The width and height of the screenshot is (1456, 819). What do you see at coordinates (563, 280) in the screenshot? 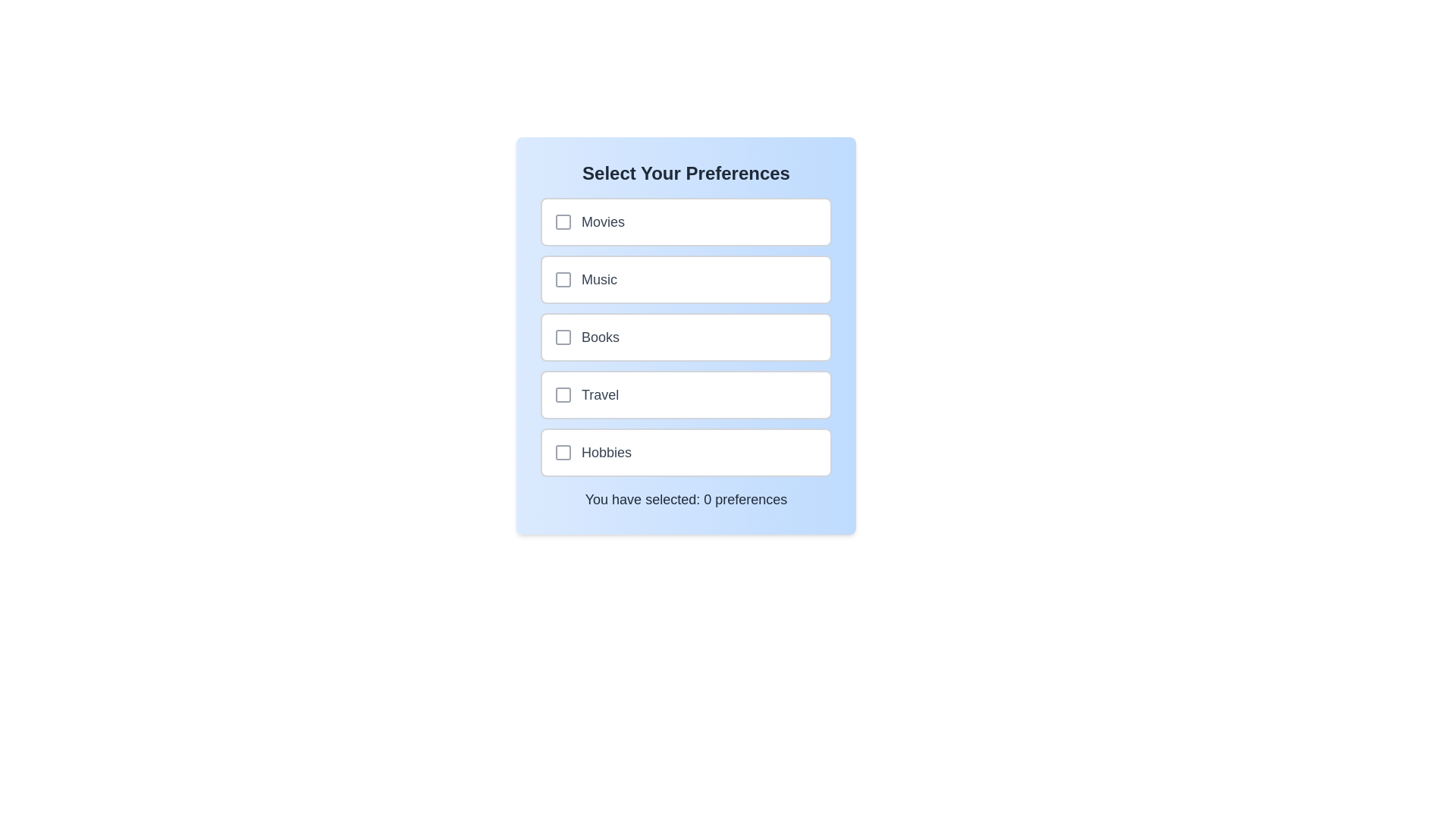
I see `the checkbox corresponding to Music to toggle its selection` at bounding box center [563, 280].